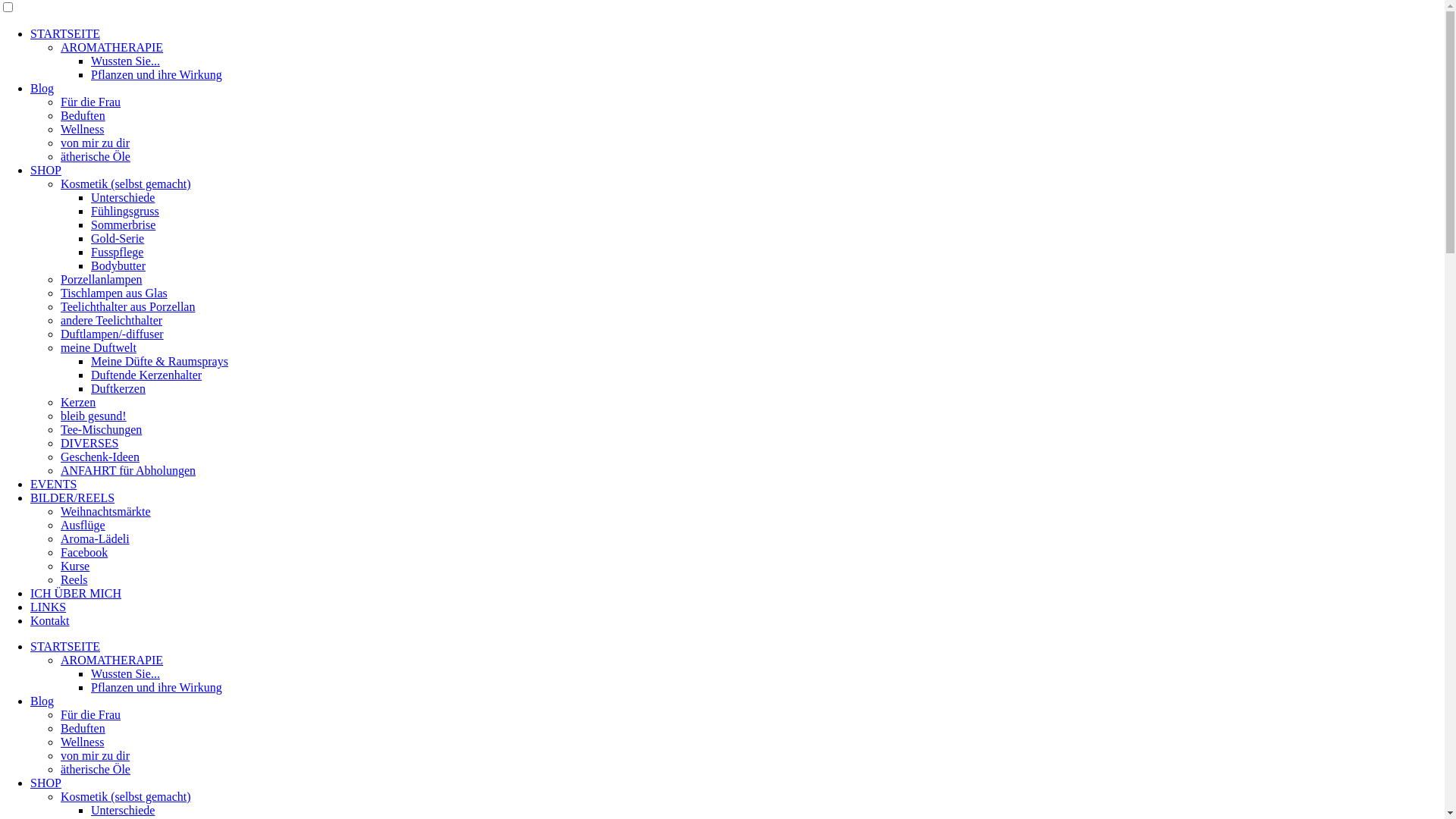 This screenshot has height=819, width=1456. I want to click on 'Beduften', so click(82, 115).